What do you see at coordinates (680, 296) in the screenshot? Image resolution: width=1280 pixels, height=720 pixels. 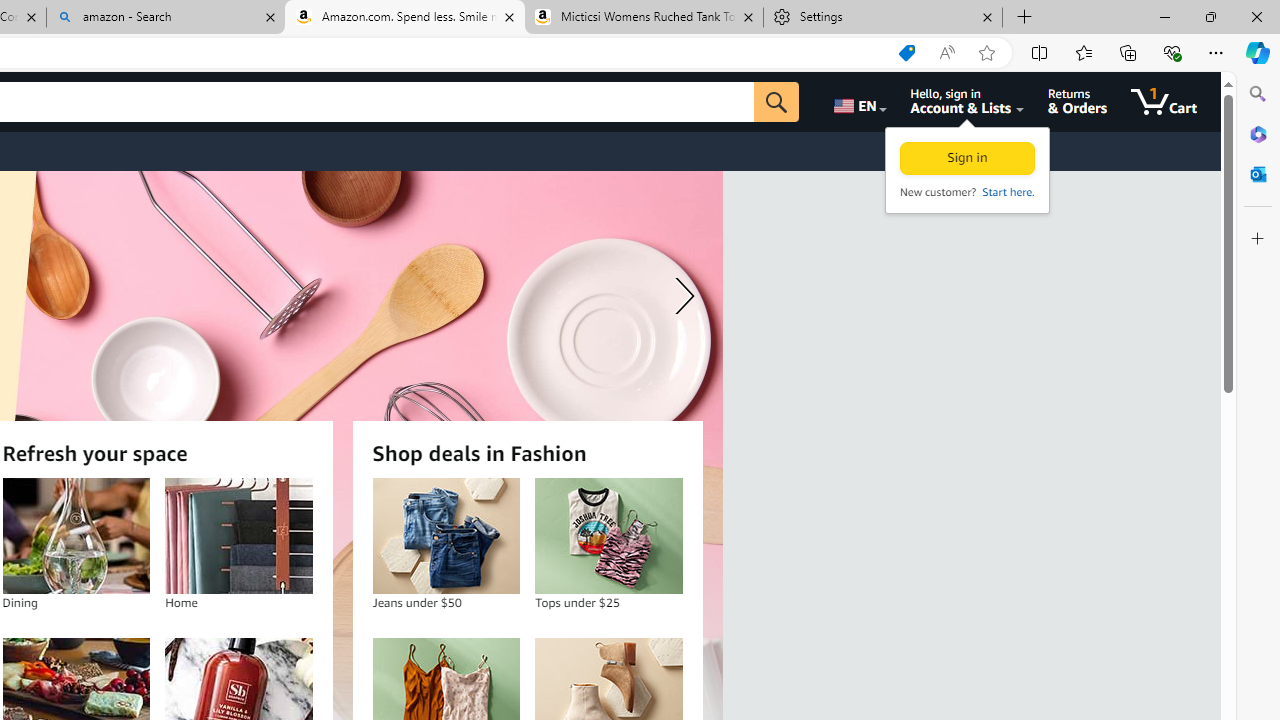 I see `'Next slide'` at bounding box center [680, 296].